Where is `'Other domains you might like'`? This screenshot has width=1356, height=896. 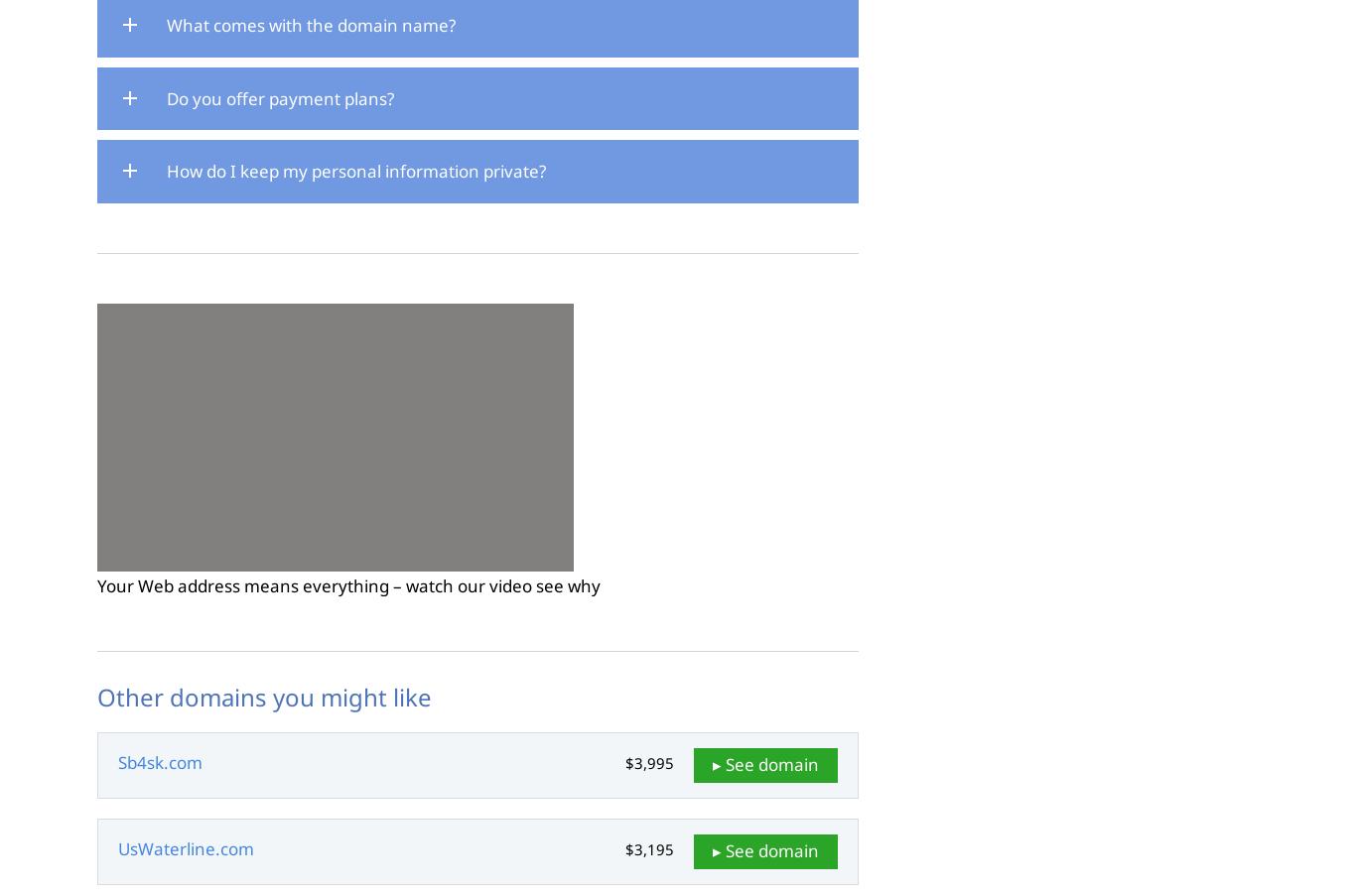
'Other domains you might like' is located at coordinates (264, 695).